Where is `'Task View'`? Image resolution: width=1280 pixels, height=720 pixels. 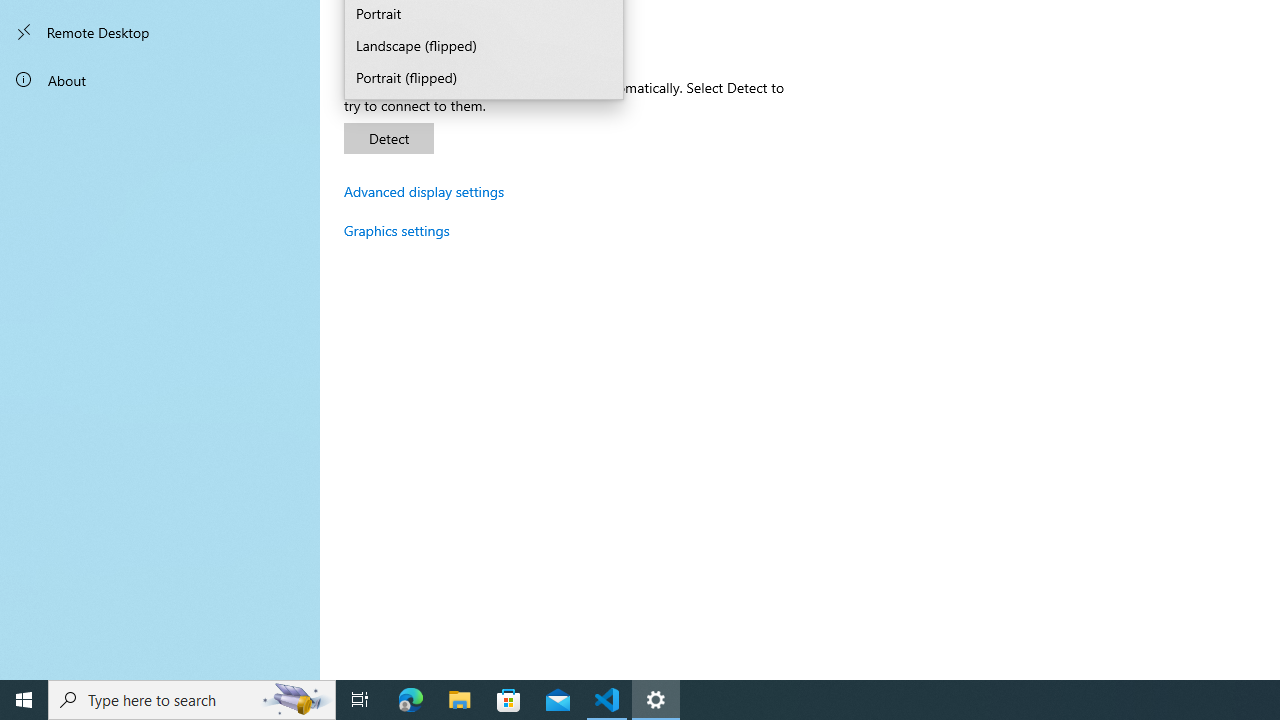
'Task View' is located at coordinates (359, 698).